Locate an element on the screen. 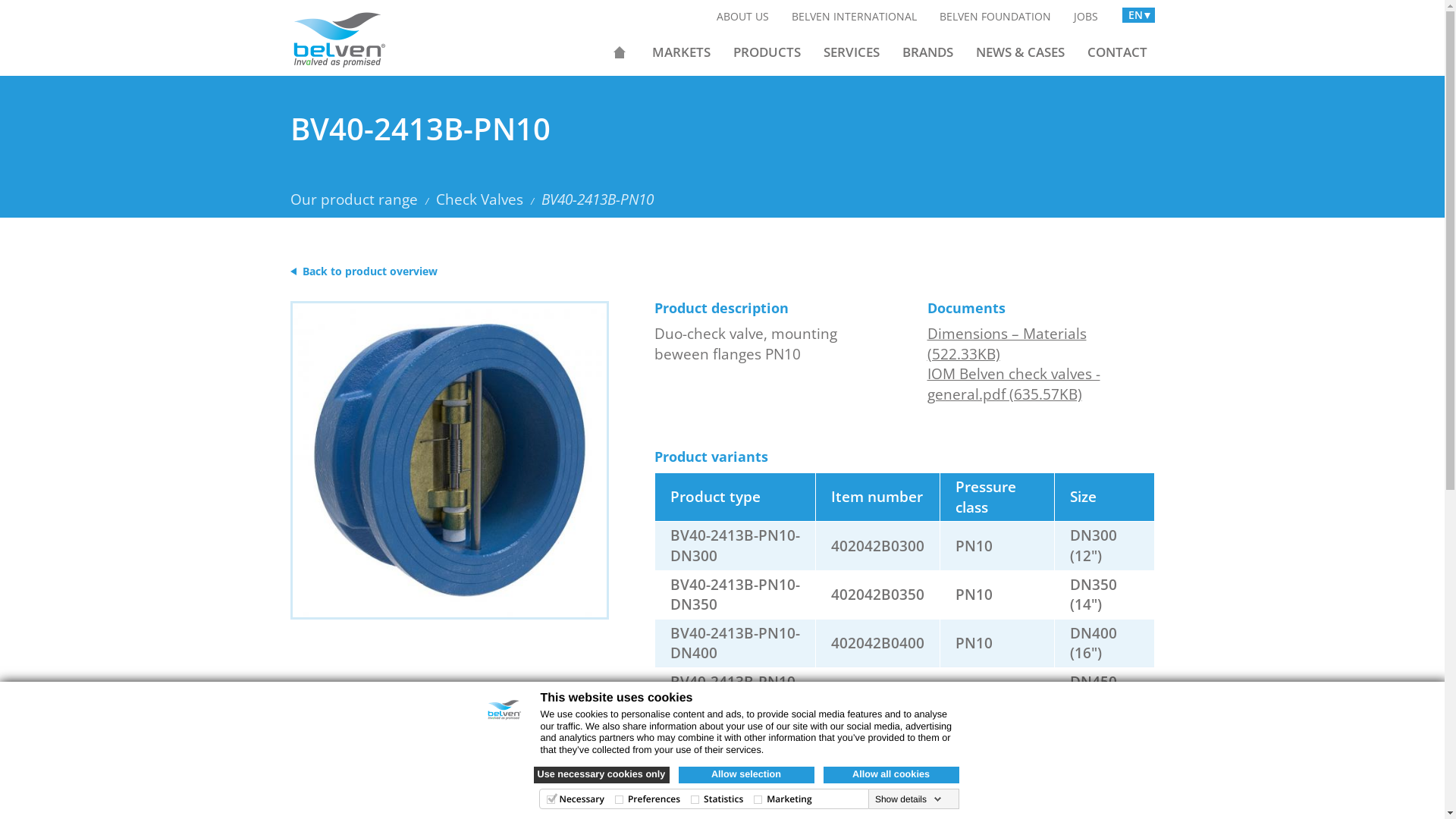 The width and height of the screenshot is (1456, 819). 'Use necessary cookies only' is located at coordinates (534, 775).